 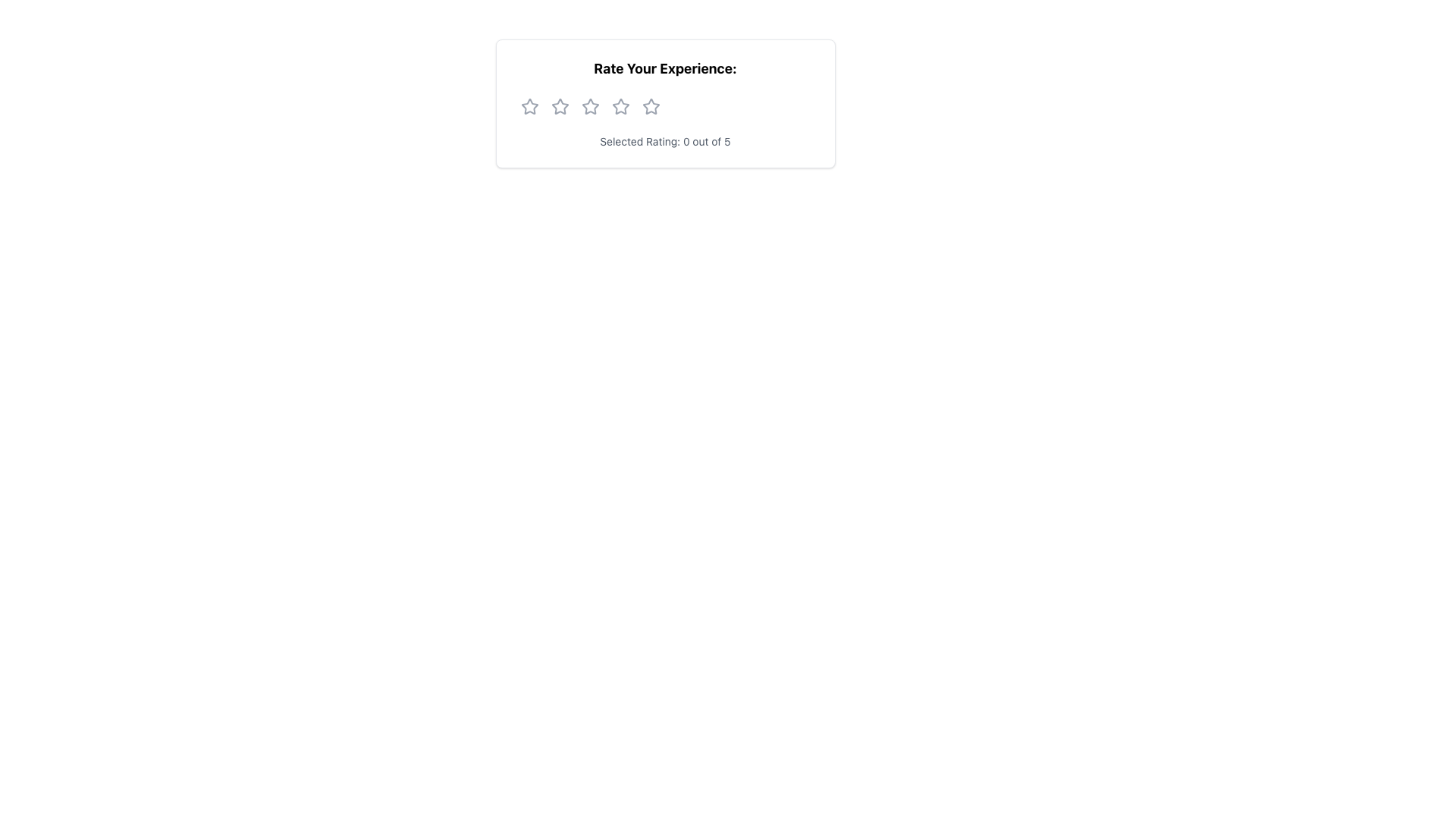 I want to click on one of the five unselected star icons in the 'Rate Your Experience:' card, so click(x=665, y=103).